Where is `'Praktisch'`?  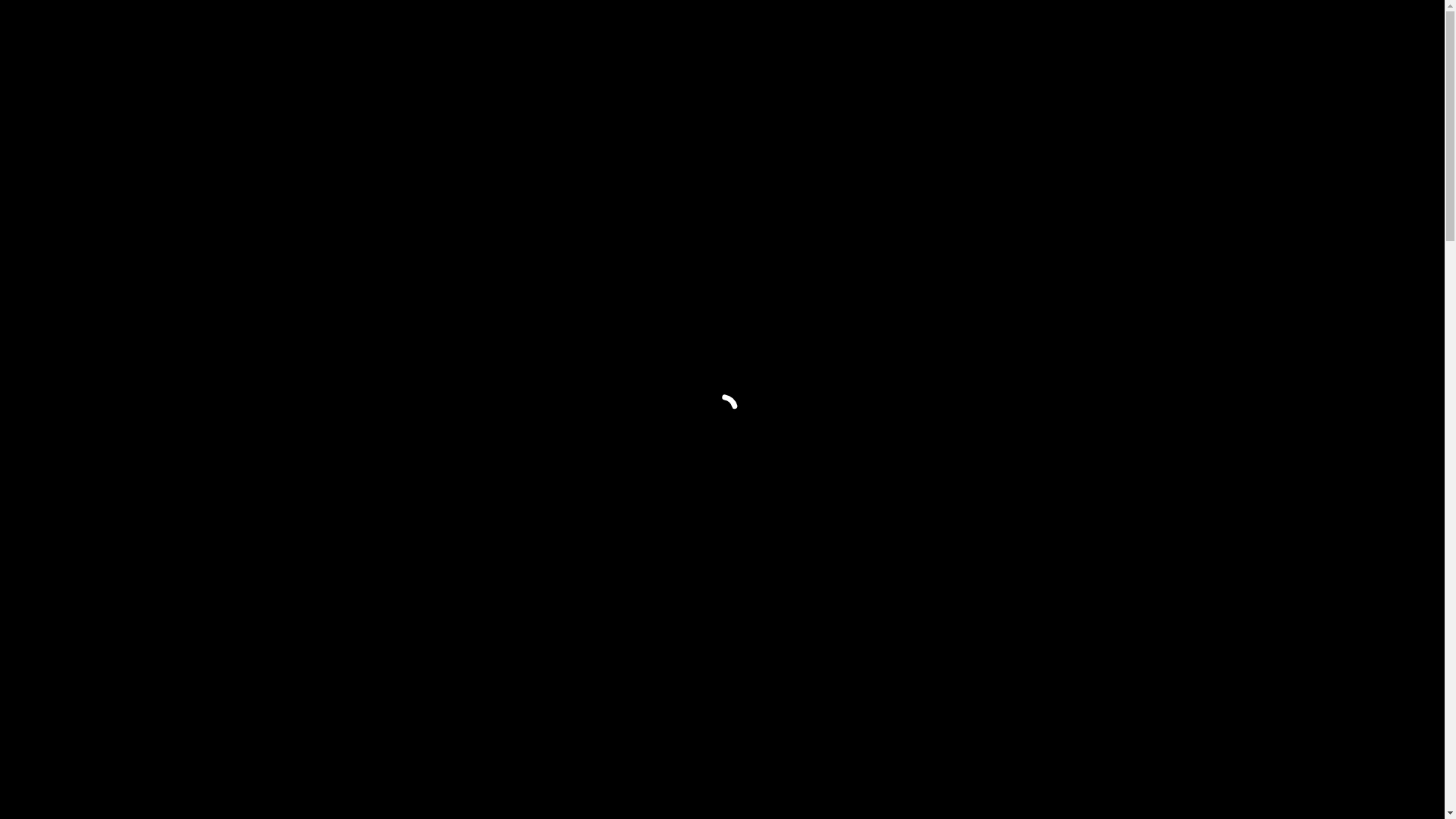 'Praktisch' is located at coordinates (1044, 35).